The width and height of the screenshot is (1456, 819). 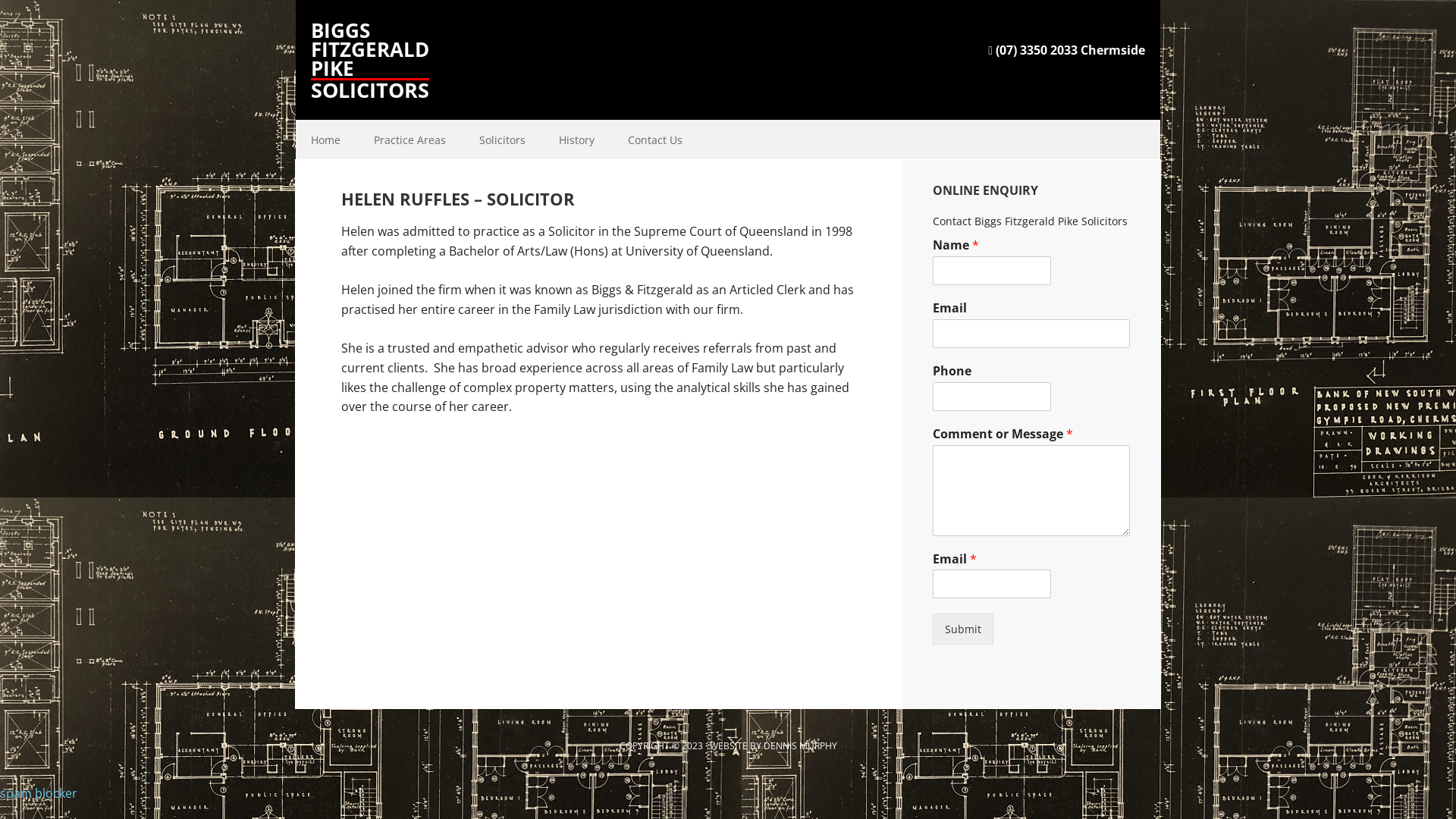 I want to click on 'Home', so click(x=325, y=140).